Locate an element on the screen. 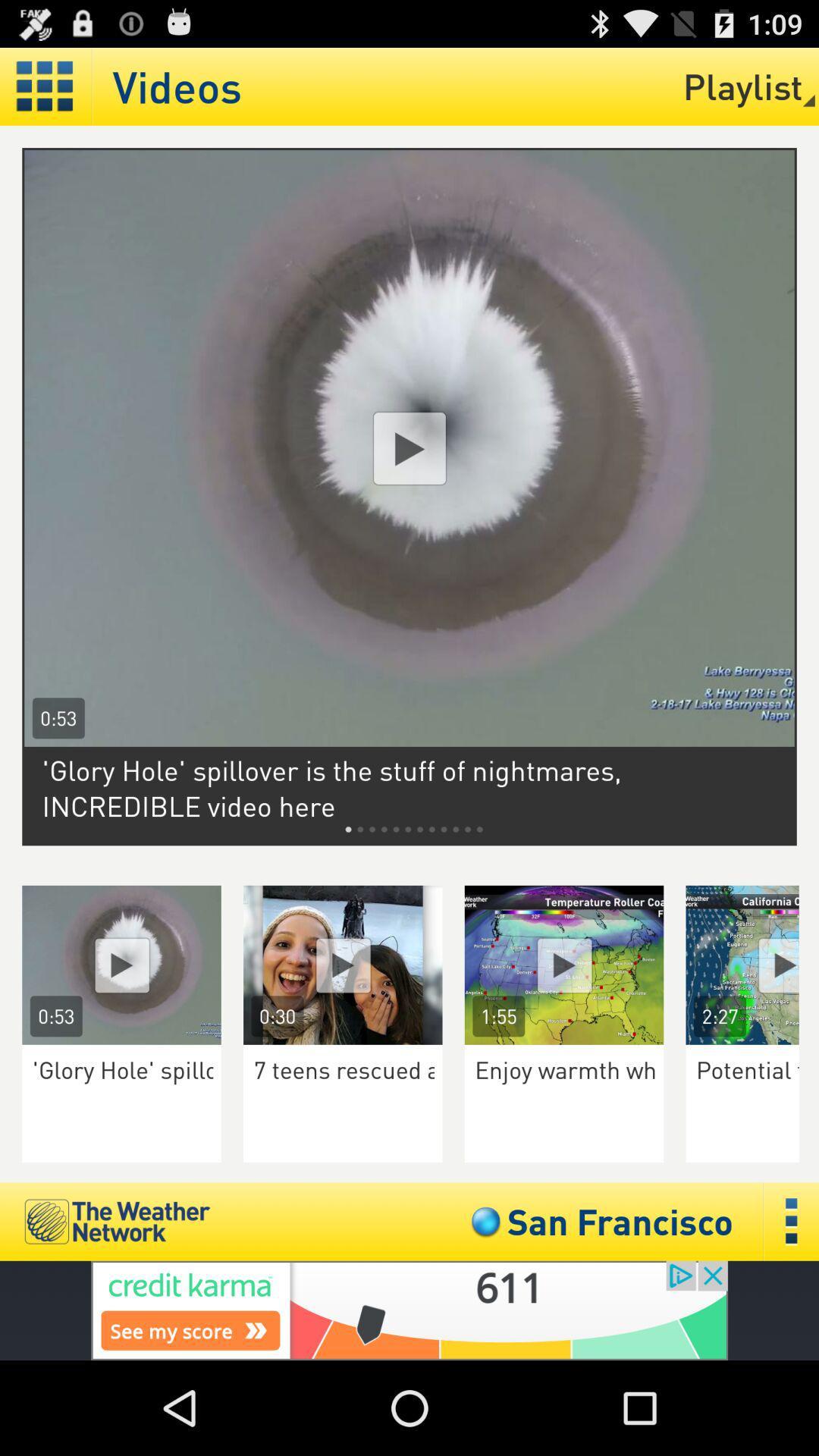 This screenshot has height=1456, width=819. you tube option is located at coordinates (121, 964).